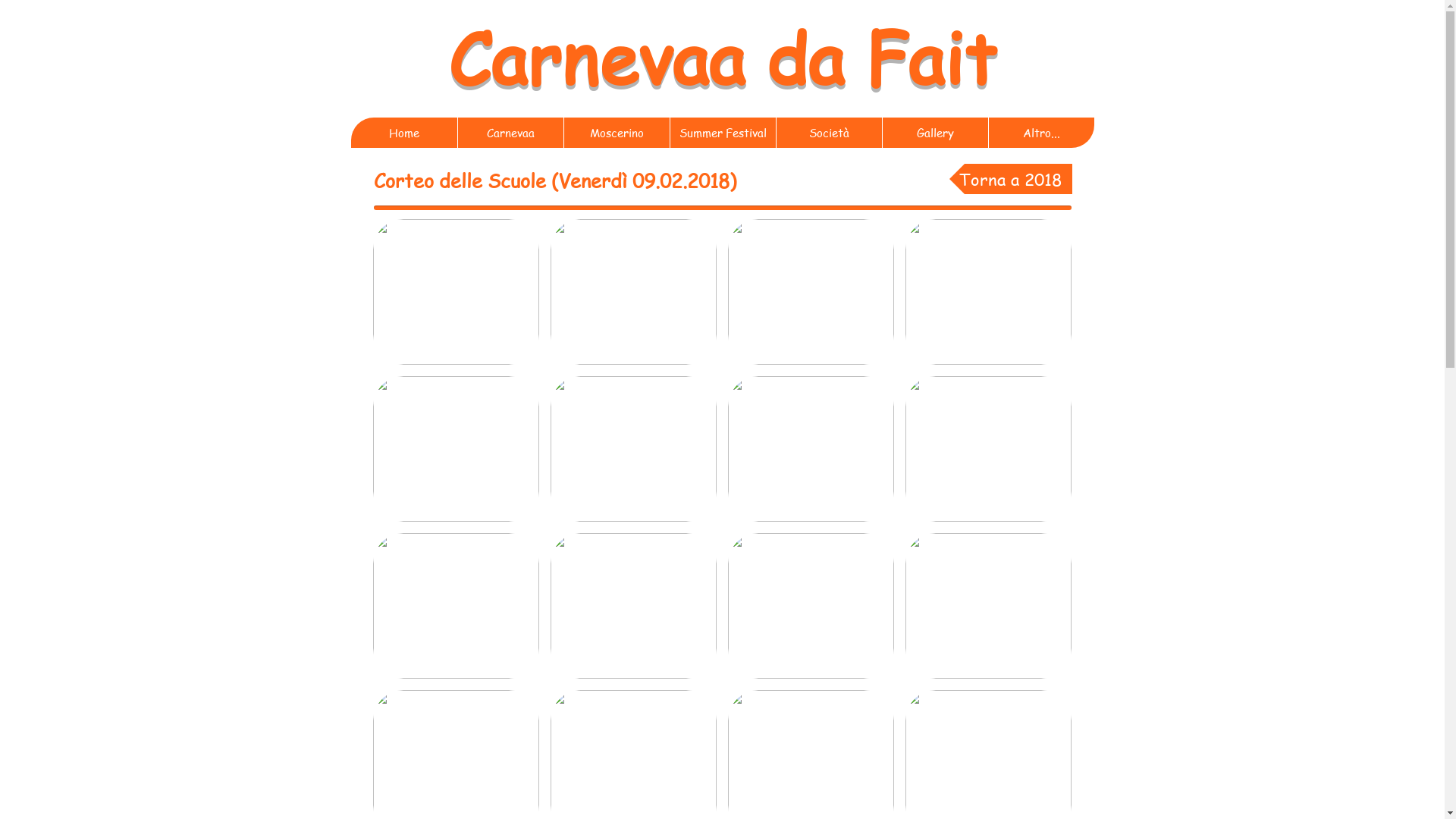 This screenshot has height=819, width=1456. Describe the element at coordinates (615, 131) in the screenshot. I see `'Moscerino'` at that location.